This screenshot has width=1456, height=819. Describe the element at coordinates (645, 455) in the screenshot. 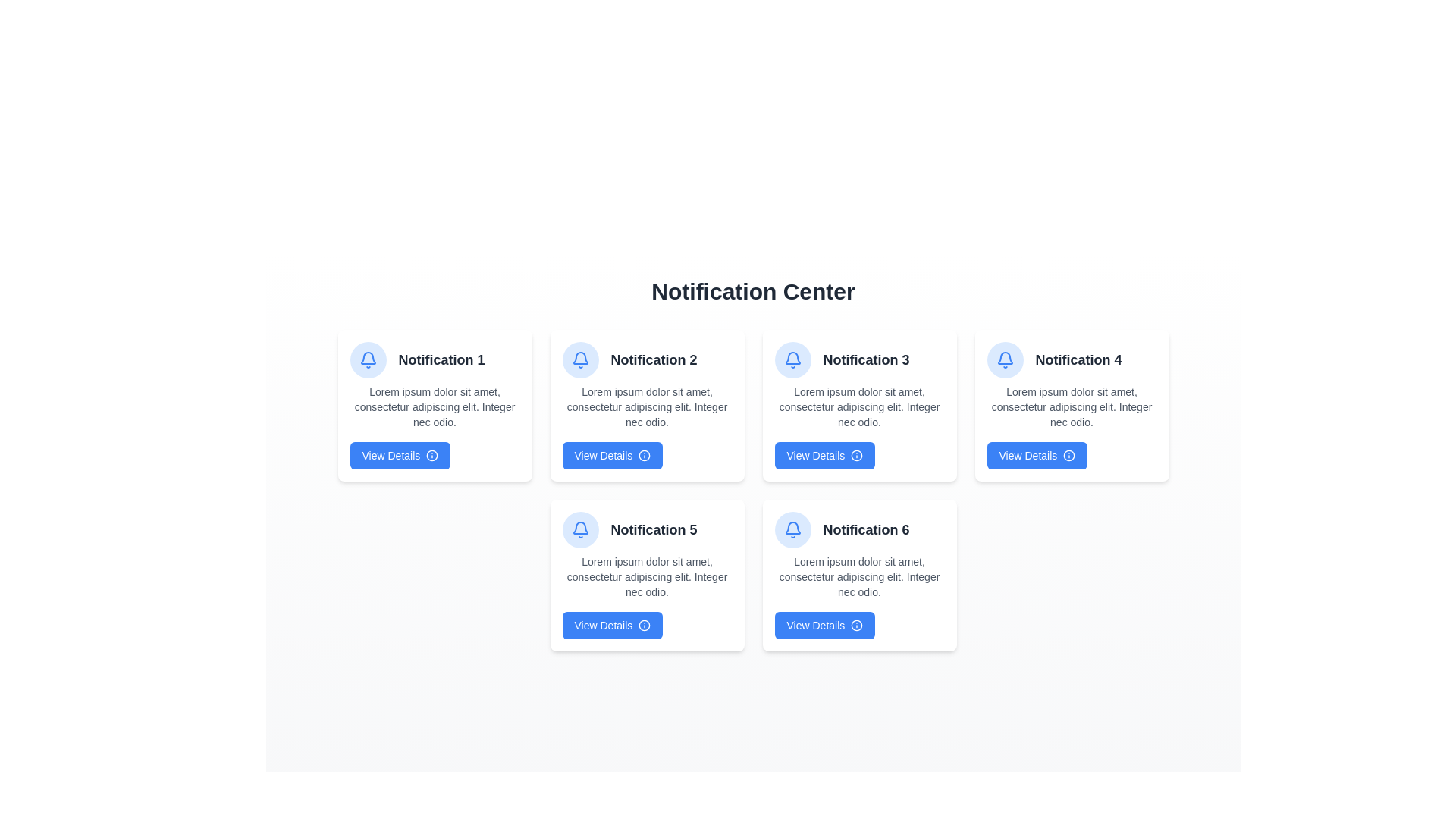

I see `the circular Graphical Icon Component located on the right side of the 'View Details' button in the second notification item of the top row` at that location.